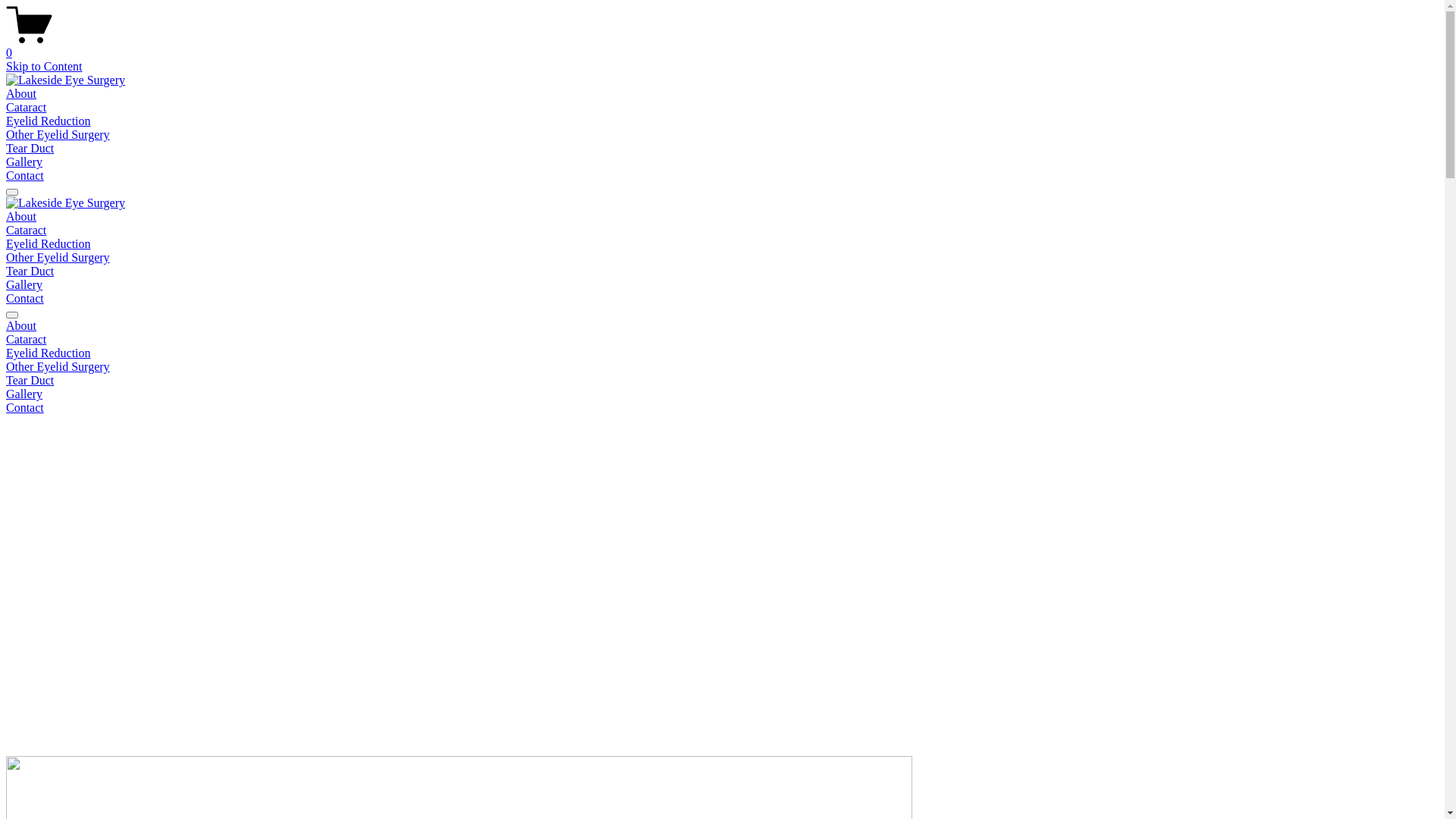 This screenshot has height=819, width=1456. What do you see at coordinates (58, 133) in the screenshot?
I see `'Other Eyelid Surgery'` at bounding box center [58, 133].